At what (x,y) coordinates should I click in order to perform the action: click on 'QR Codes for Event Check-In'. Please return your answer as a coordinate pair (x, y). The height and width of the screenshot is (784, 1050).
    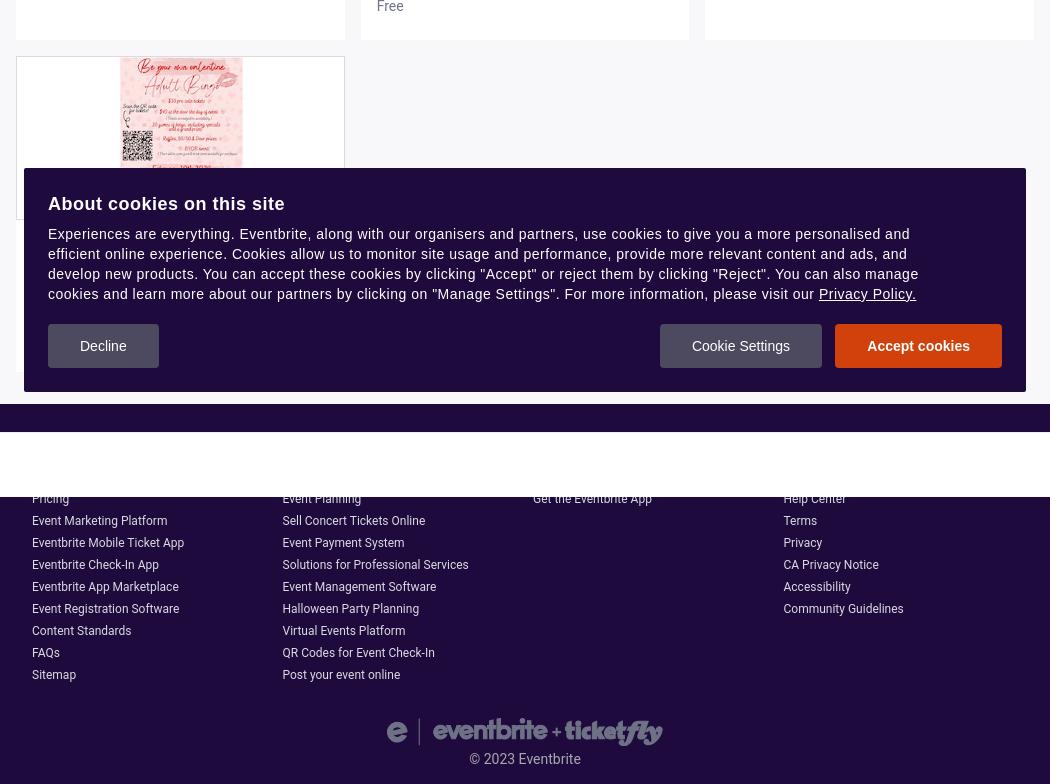
    Looking at the image, I should click on (357, 652).